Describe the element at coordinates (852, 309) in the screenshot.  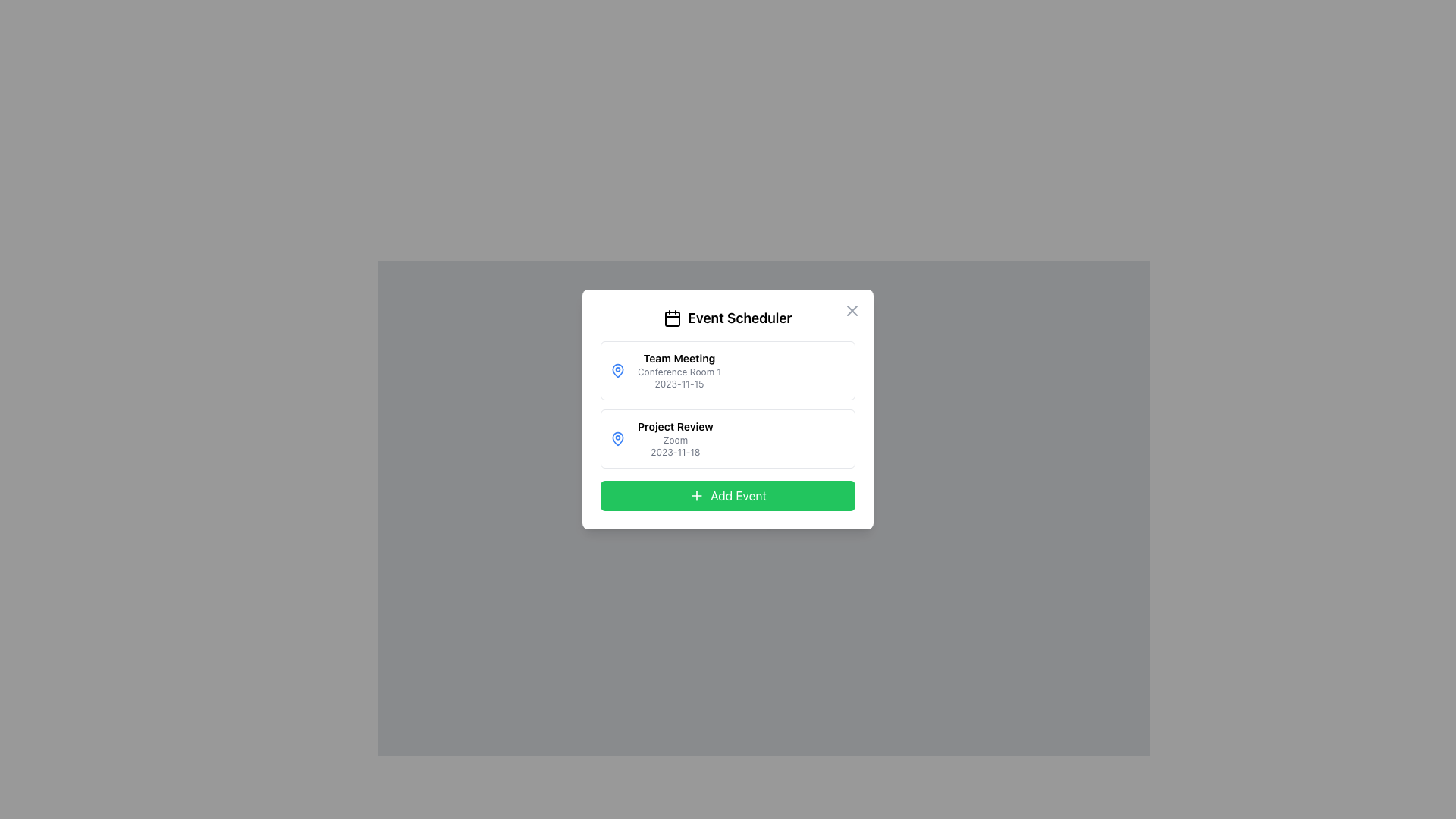
I see `the close icon at the top-right corner of the 'Event Scheduler' modal` at that location.